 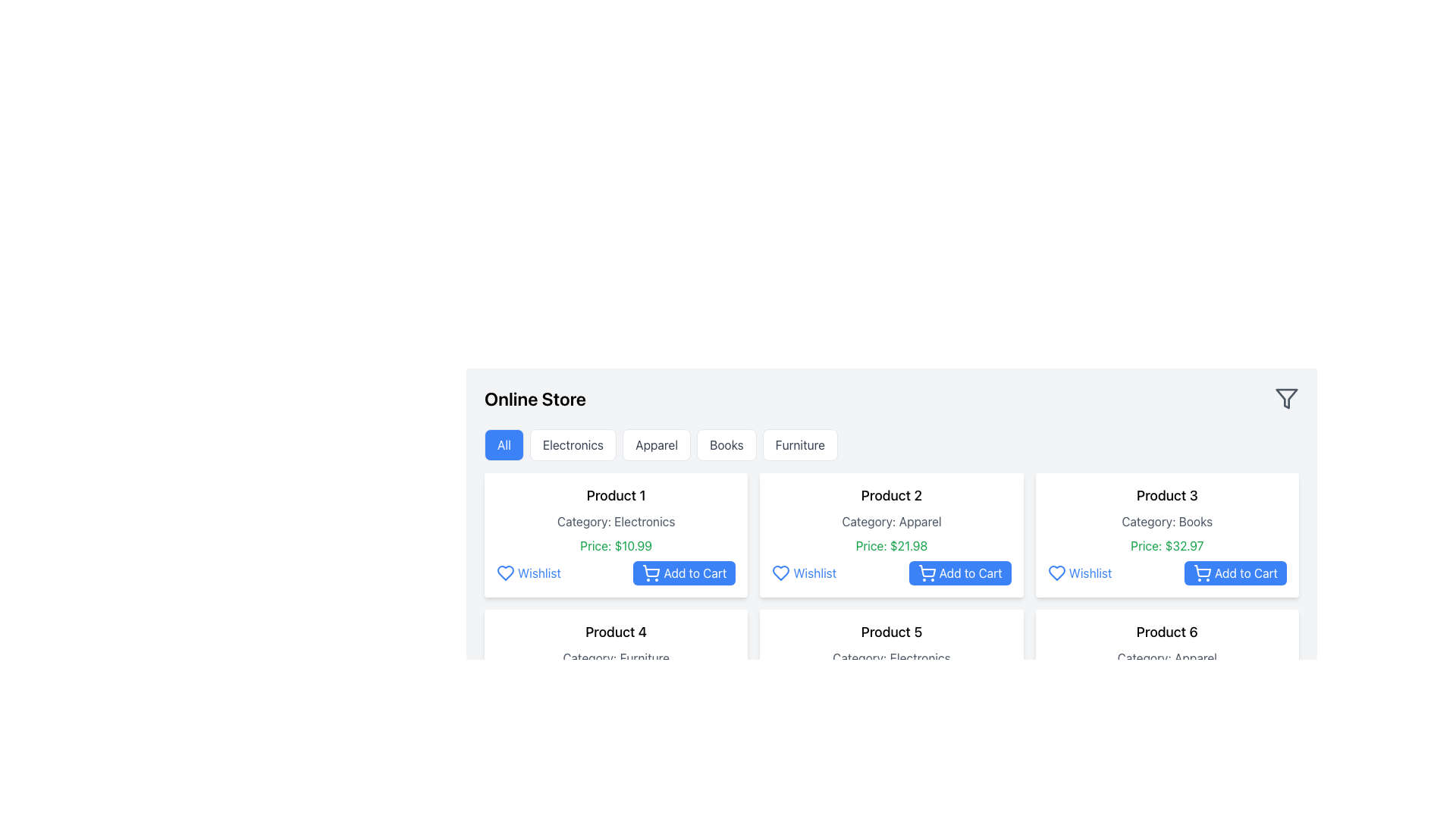 What do you see at coordinates (1056, 573) in the screenshot?
I see `the blue heart outline icon associated with the 'Wishlist' link under 'Product 3'` at bounding box center [1056, 573].